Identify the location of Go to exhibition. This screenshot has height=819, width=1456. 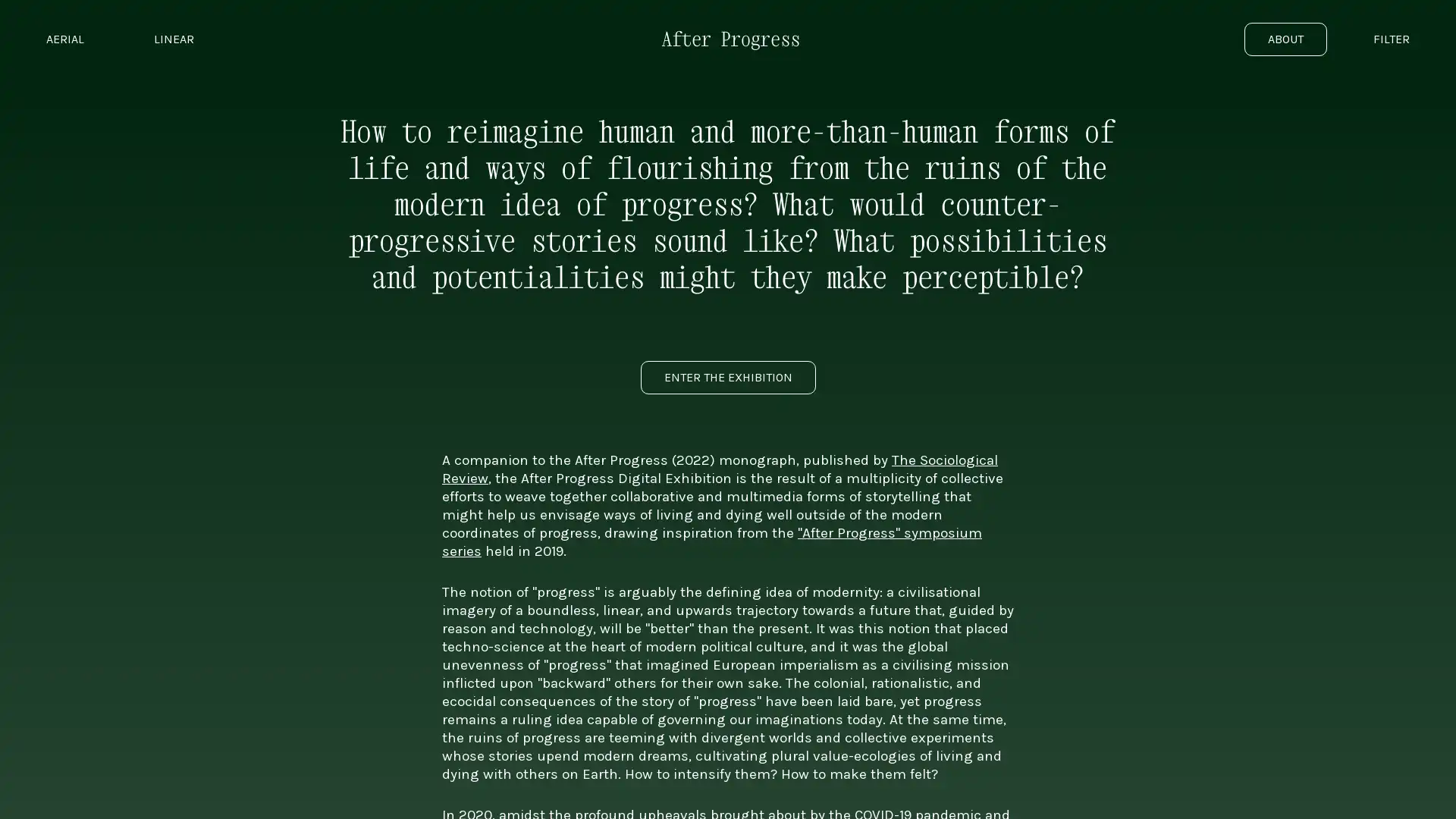
(731, 38).